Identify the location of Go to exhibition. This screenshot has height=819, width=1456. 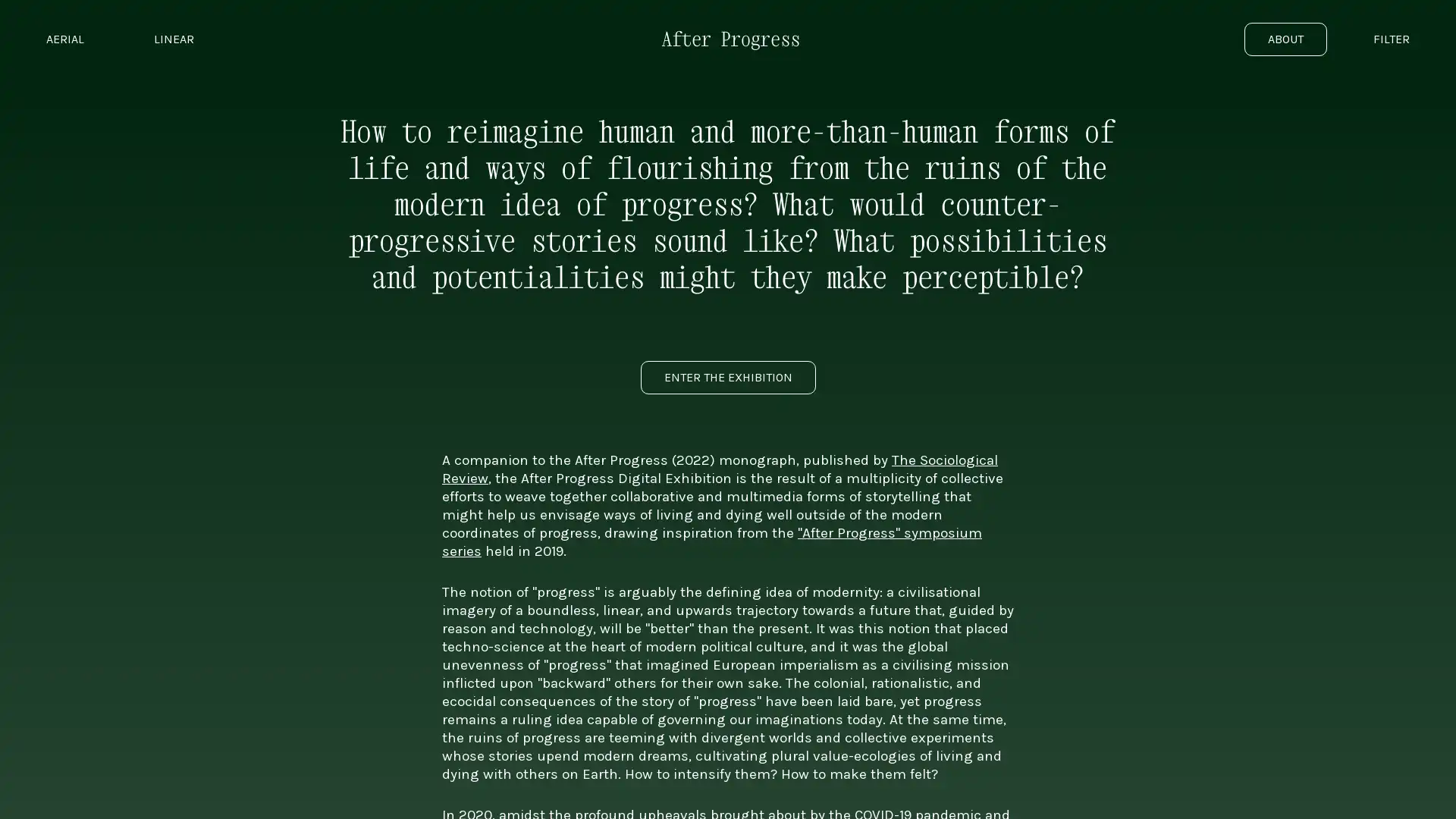
(731, 38).